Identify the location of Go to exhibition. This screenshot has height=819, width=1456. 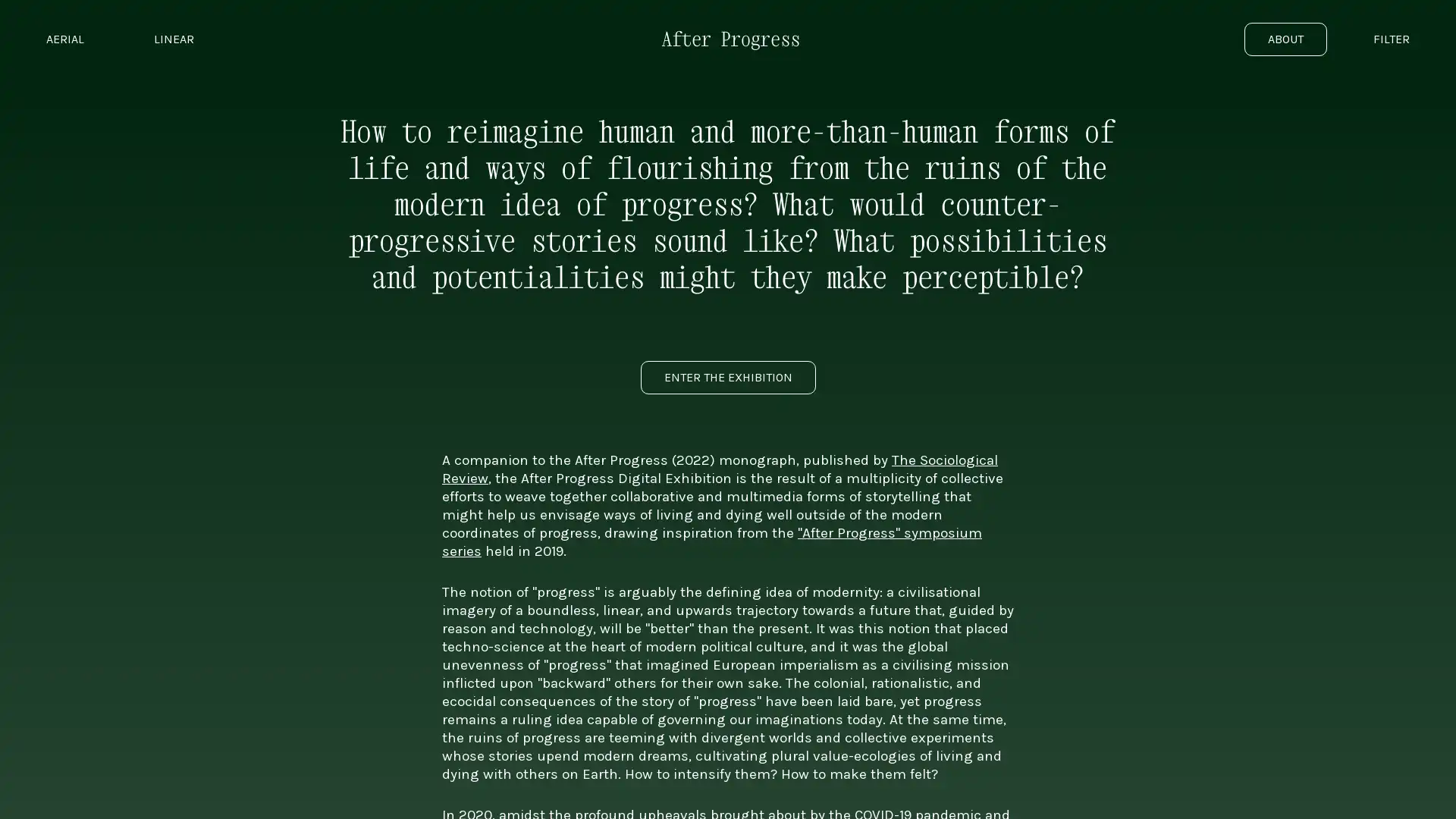
(731, 38).